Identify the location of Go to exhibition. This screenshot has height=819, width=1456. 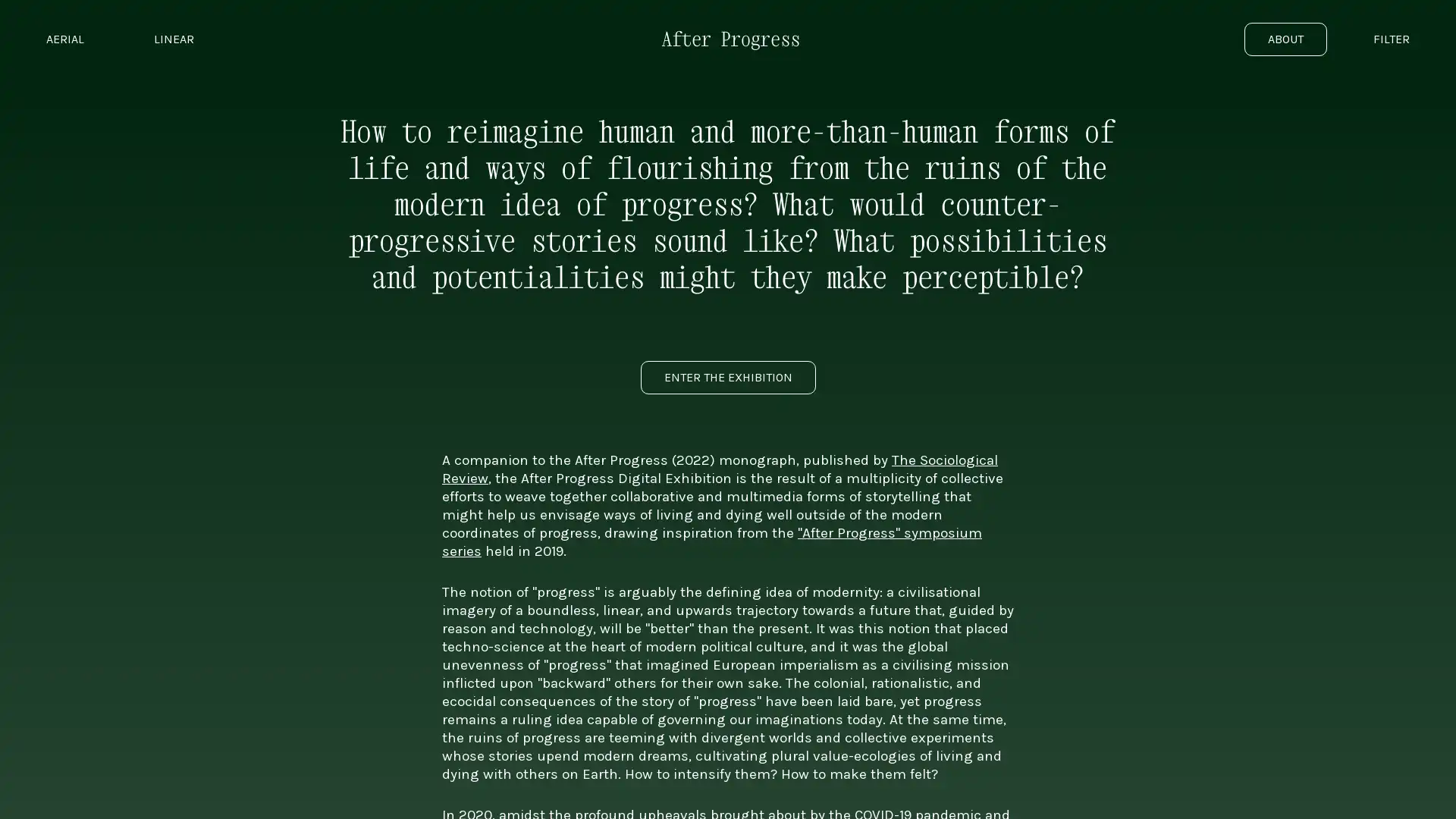
(731, 38).